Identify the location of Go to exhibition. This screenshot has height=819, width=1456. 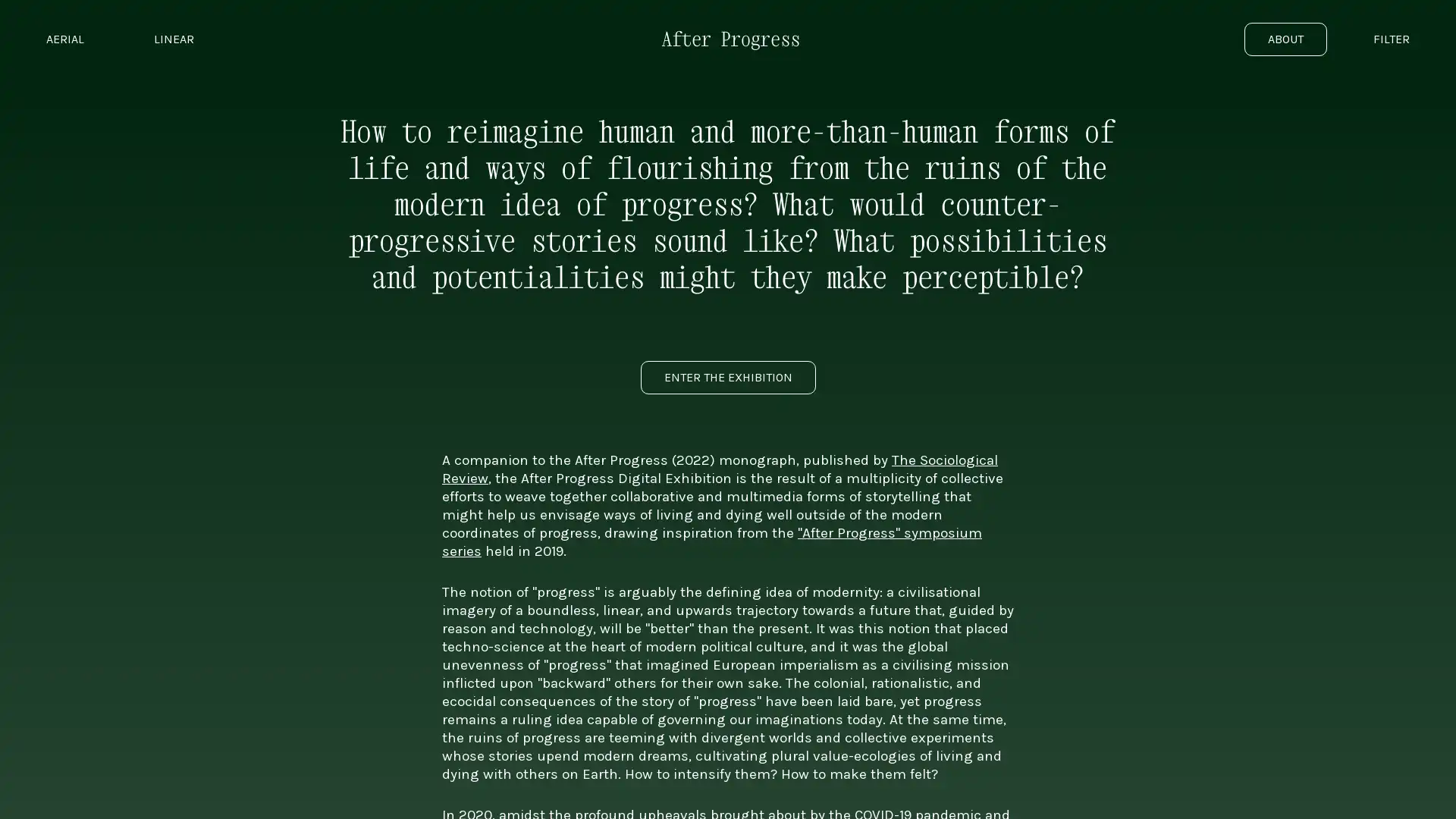
(731, 38).